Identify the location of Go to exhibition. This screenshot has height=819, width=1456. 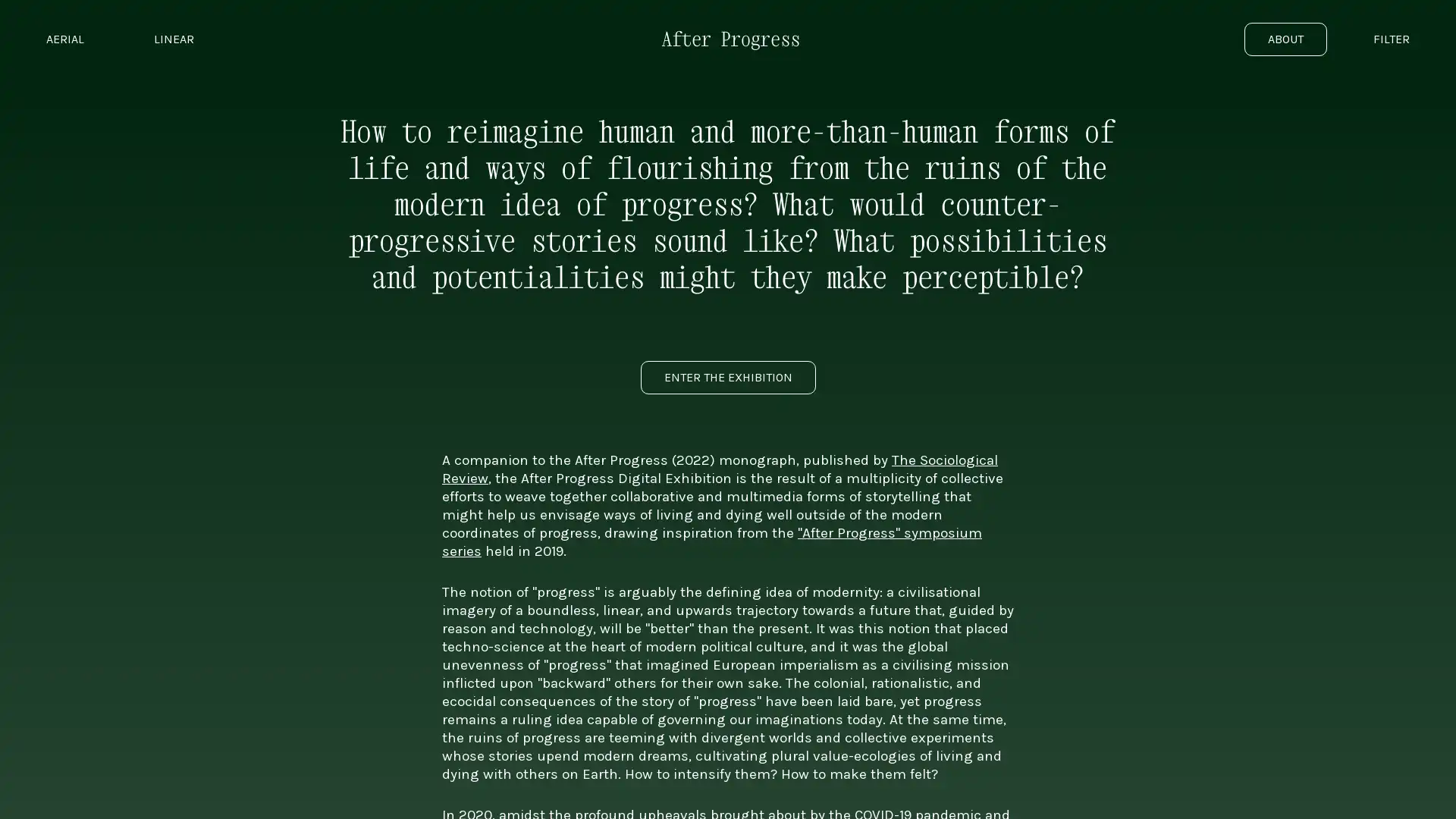
(731, 38).